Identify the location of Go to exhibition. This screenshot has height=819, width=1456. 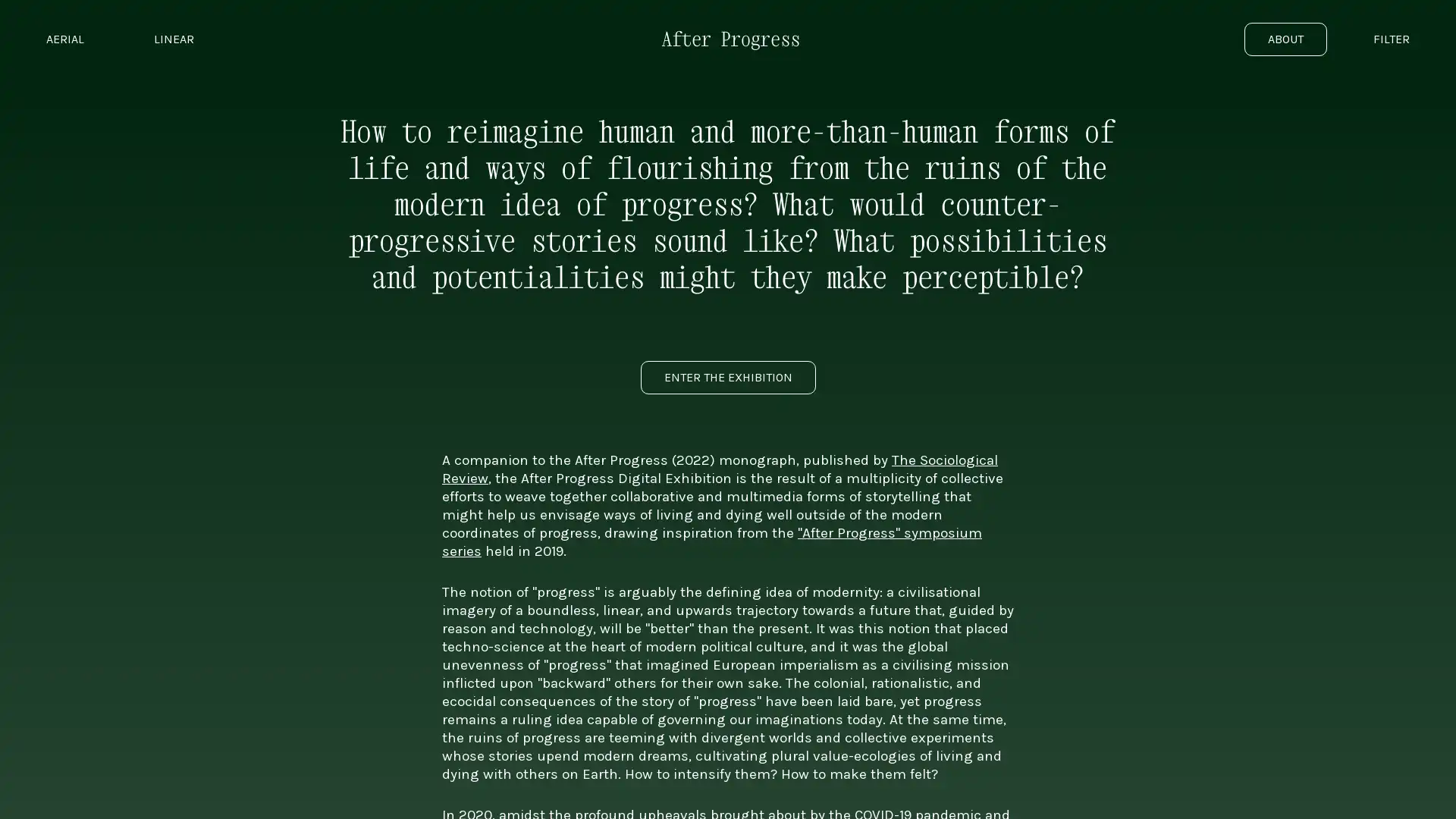
(731, 38).